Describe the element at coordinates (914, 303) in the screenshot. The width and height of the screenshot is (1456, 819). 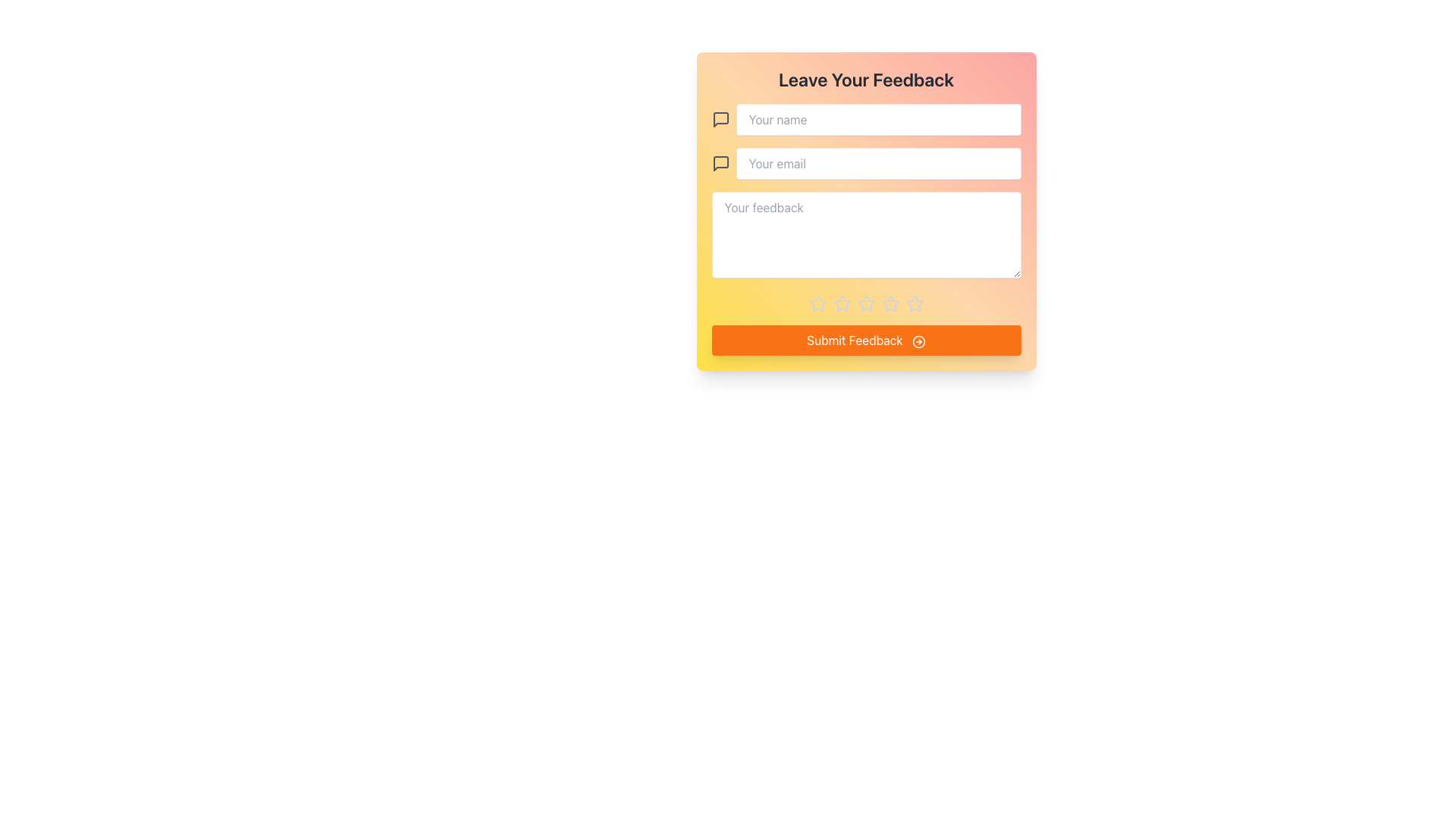
I see `the fourth star icon in the rating bar, which is styled with a light gray outline and appears inactive, positioned below the feedback input field` at that location.